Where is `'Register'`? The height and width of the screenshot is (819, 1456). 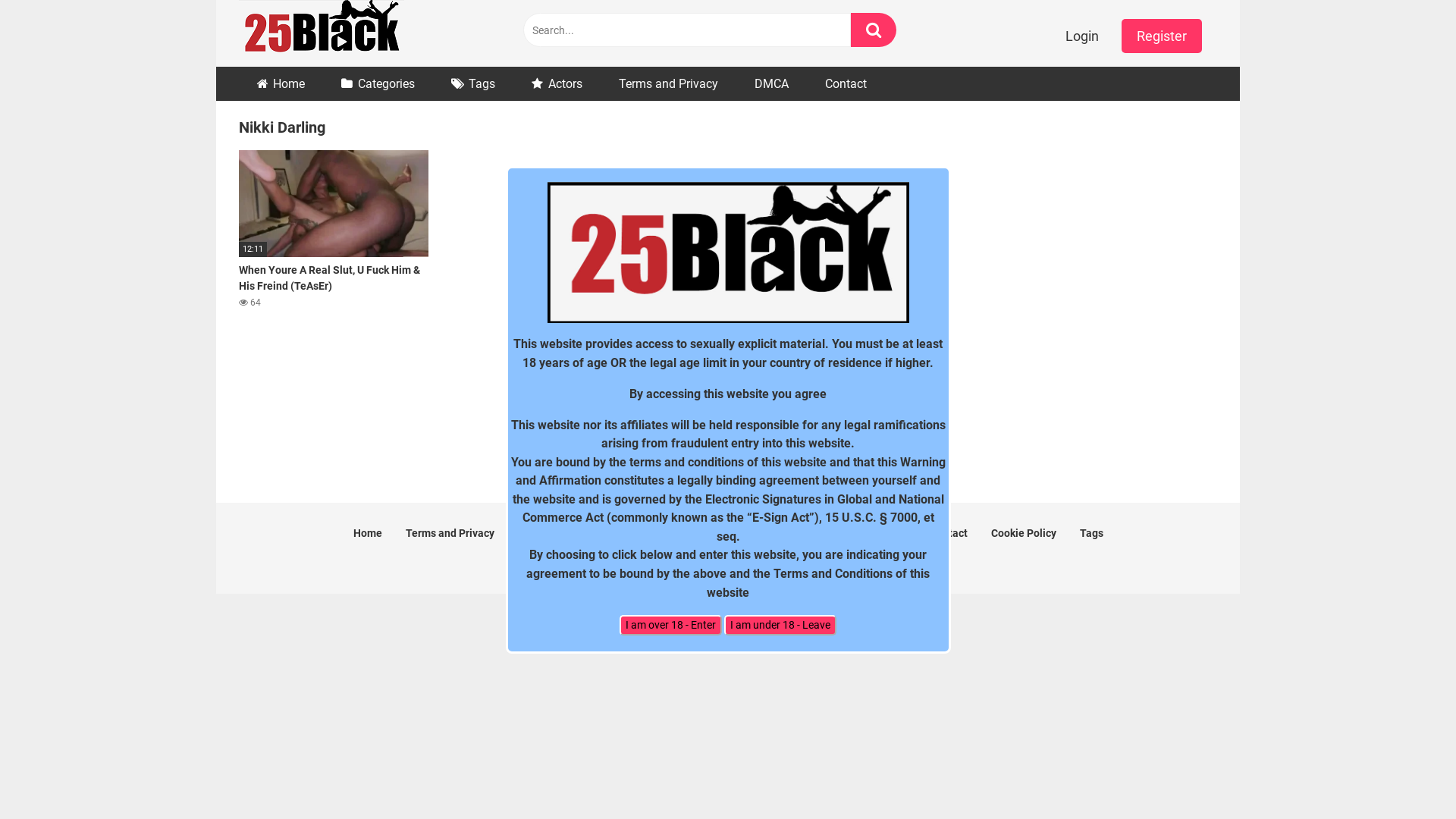 'Register' is located at coordinates (1160, 35).